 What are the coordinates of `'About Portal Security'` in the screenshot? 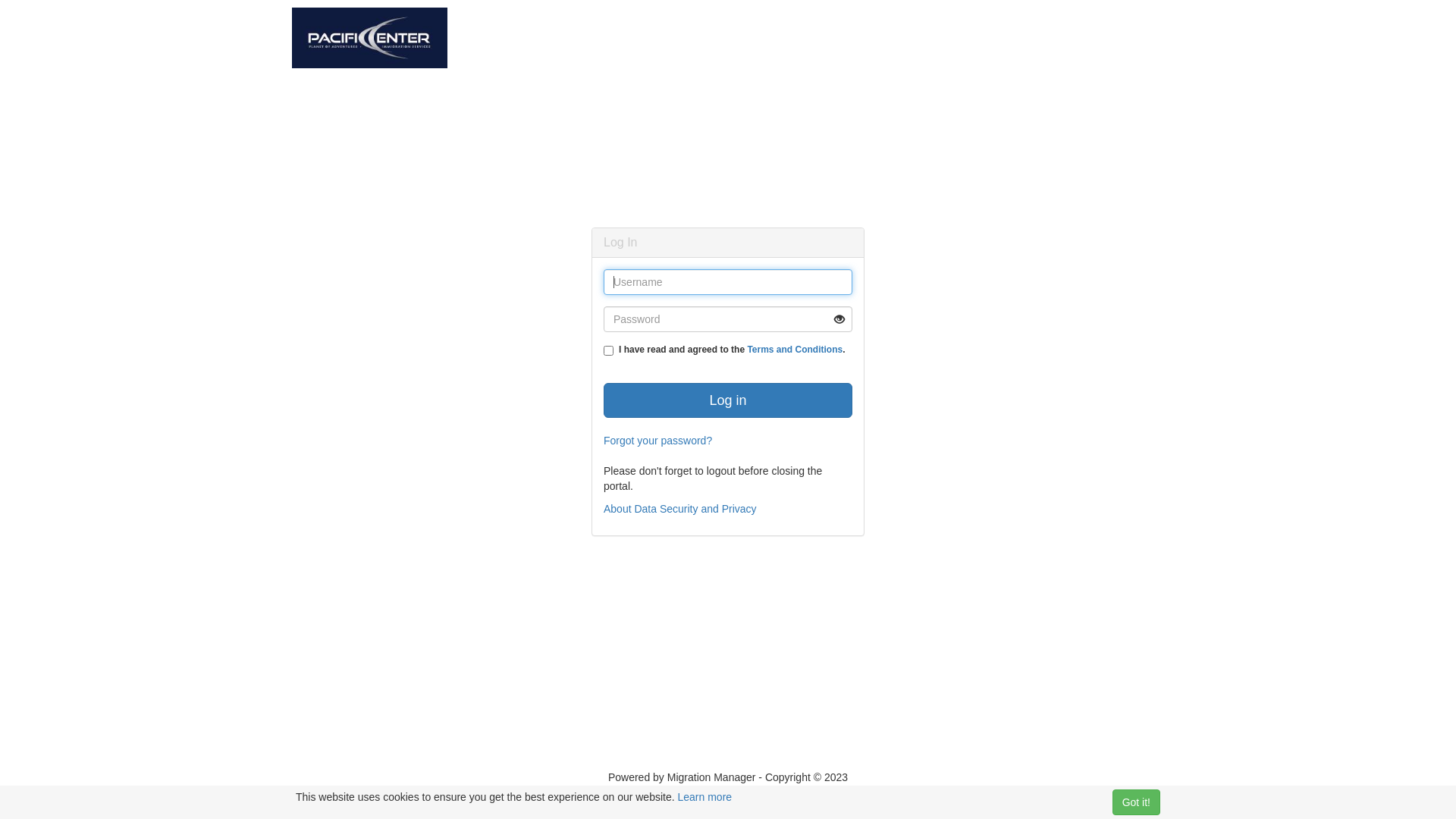 It's located at (676, 792).